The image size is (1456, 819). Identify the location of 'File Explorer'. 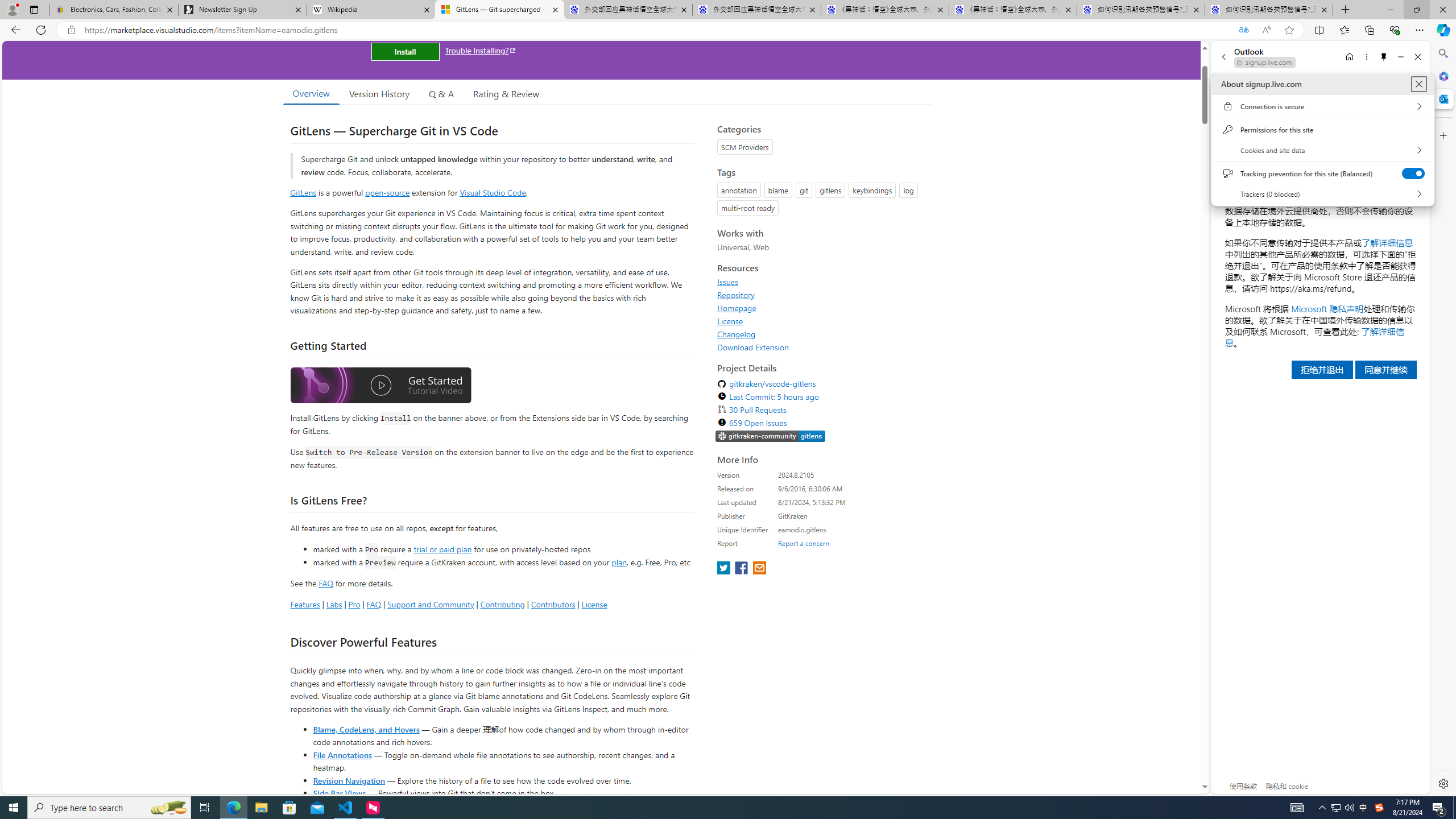
(260, 806).